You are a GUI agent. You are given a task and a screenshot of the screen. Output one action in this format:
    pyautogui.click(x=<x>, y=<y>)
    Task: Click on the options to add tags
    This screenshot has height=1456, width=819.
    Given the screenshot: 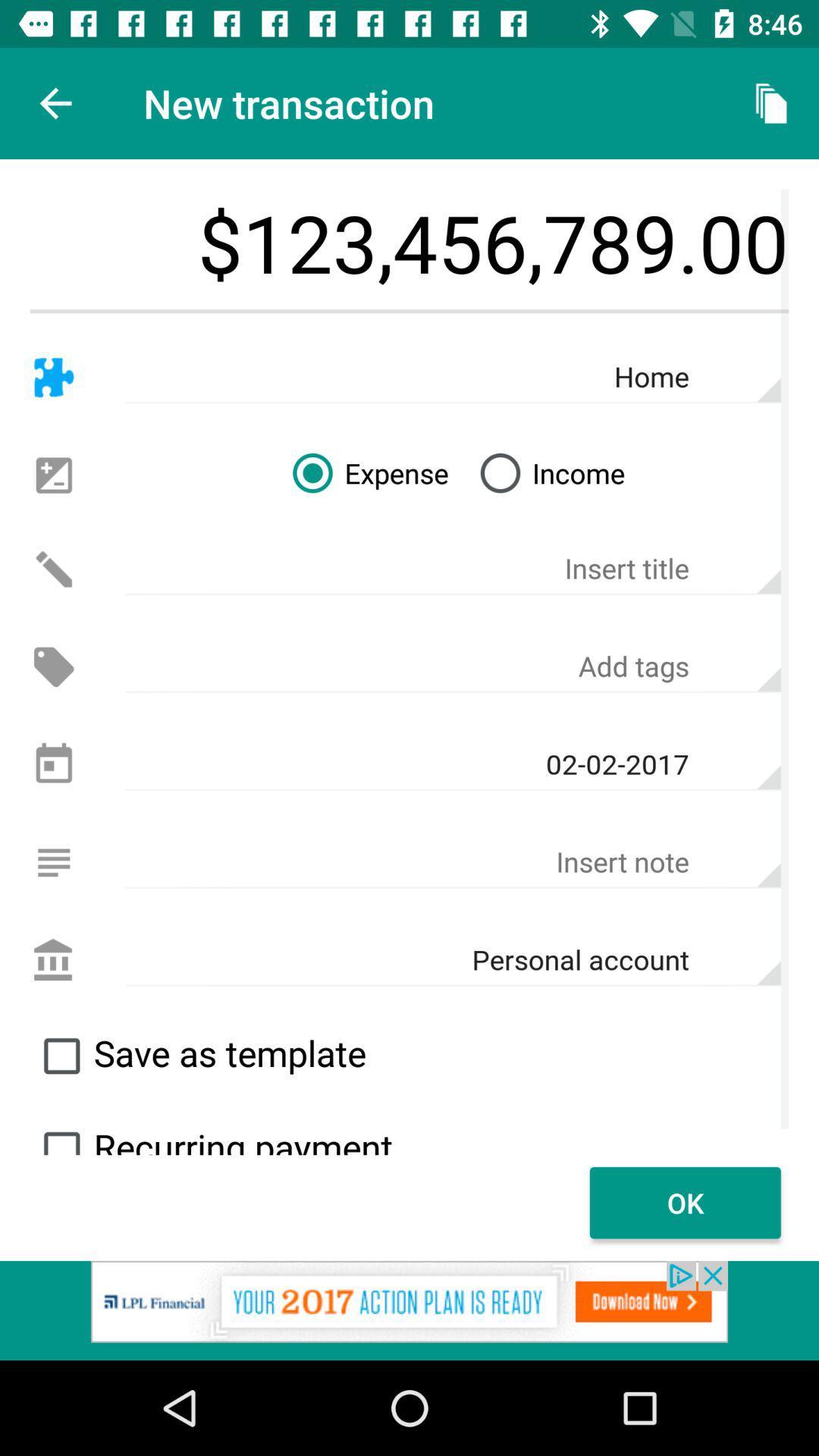 What is the action you would take?
    pyautogui.click(x=452, y=667)
    